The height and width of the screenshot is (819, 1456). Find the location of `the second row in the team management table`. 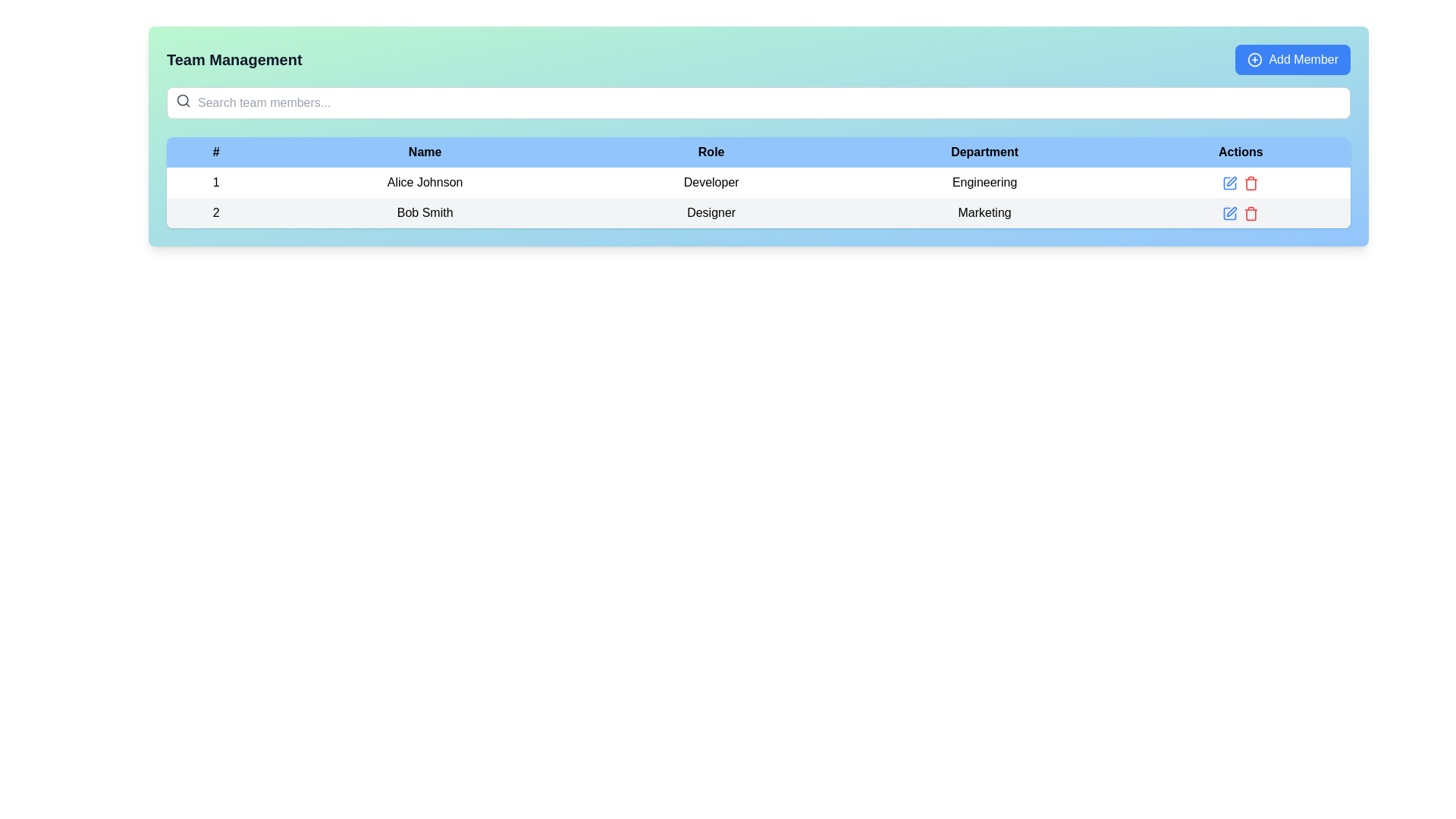

the second row in the team management table is located at coordinates (758, 213).